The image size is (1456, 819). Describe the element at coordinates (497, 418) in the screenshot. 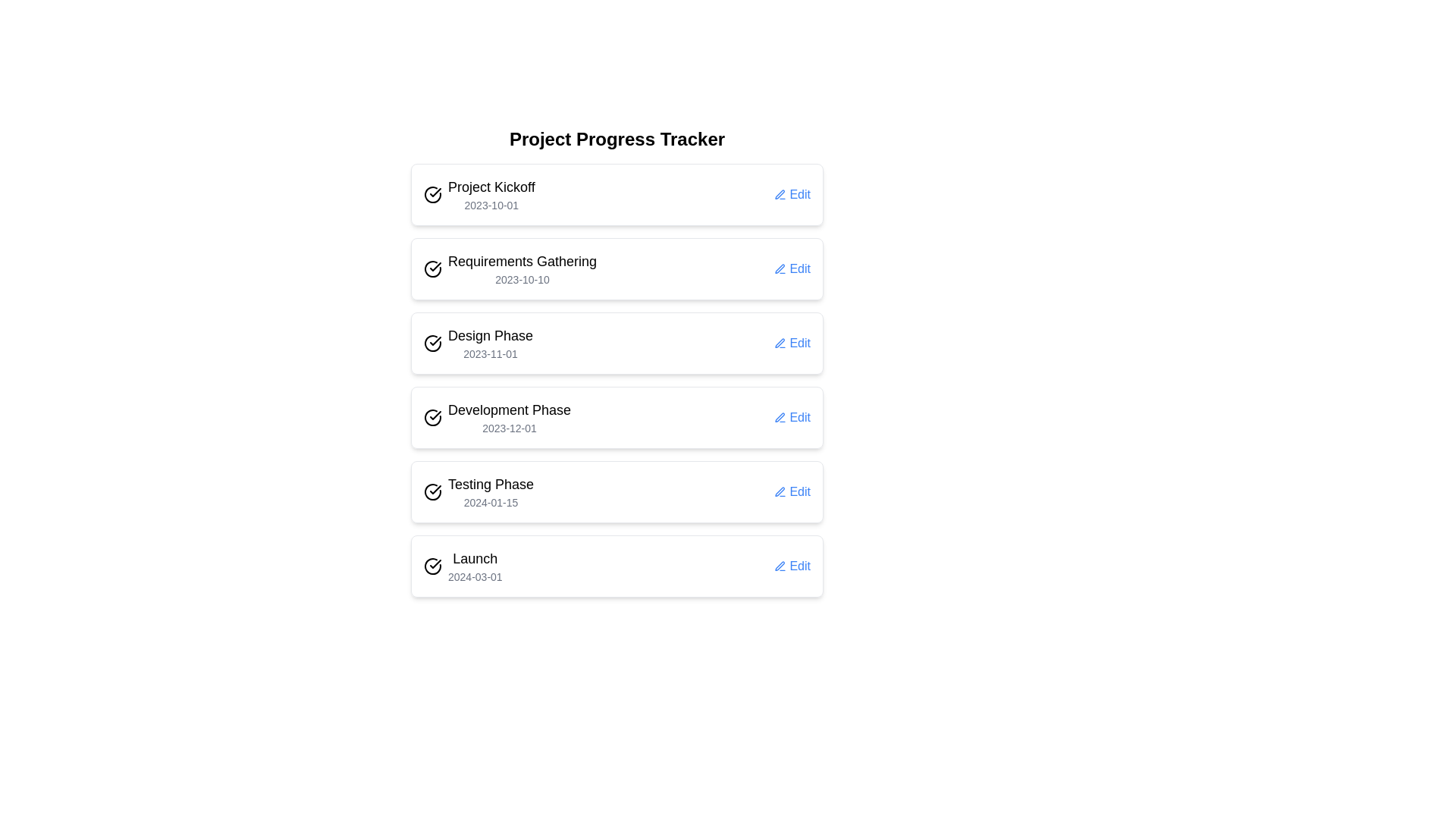

I see `the 'Development Phase' static content block, which displays the project stage's title, date, description, and progress status, located between 'Design Phase' and 'Testing Phase' in the project stages list` at that location.